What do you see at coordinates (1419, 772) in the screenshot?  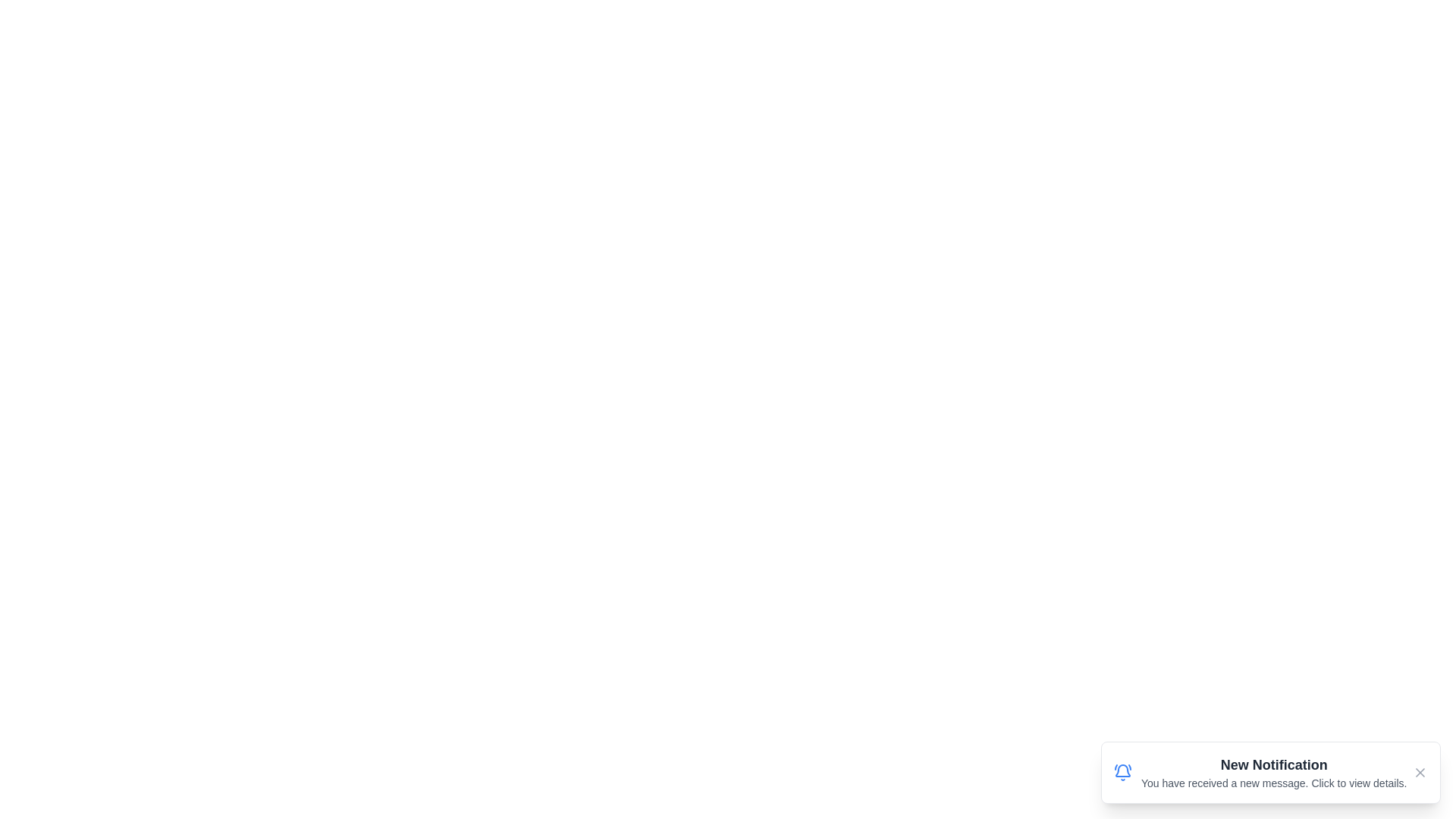 I see `the close icon button located at the top-right corner of the notification box titled 'New Notification'` at bounding box center [1419, 772].